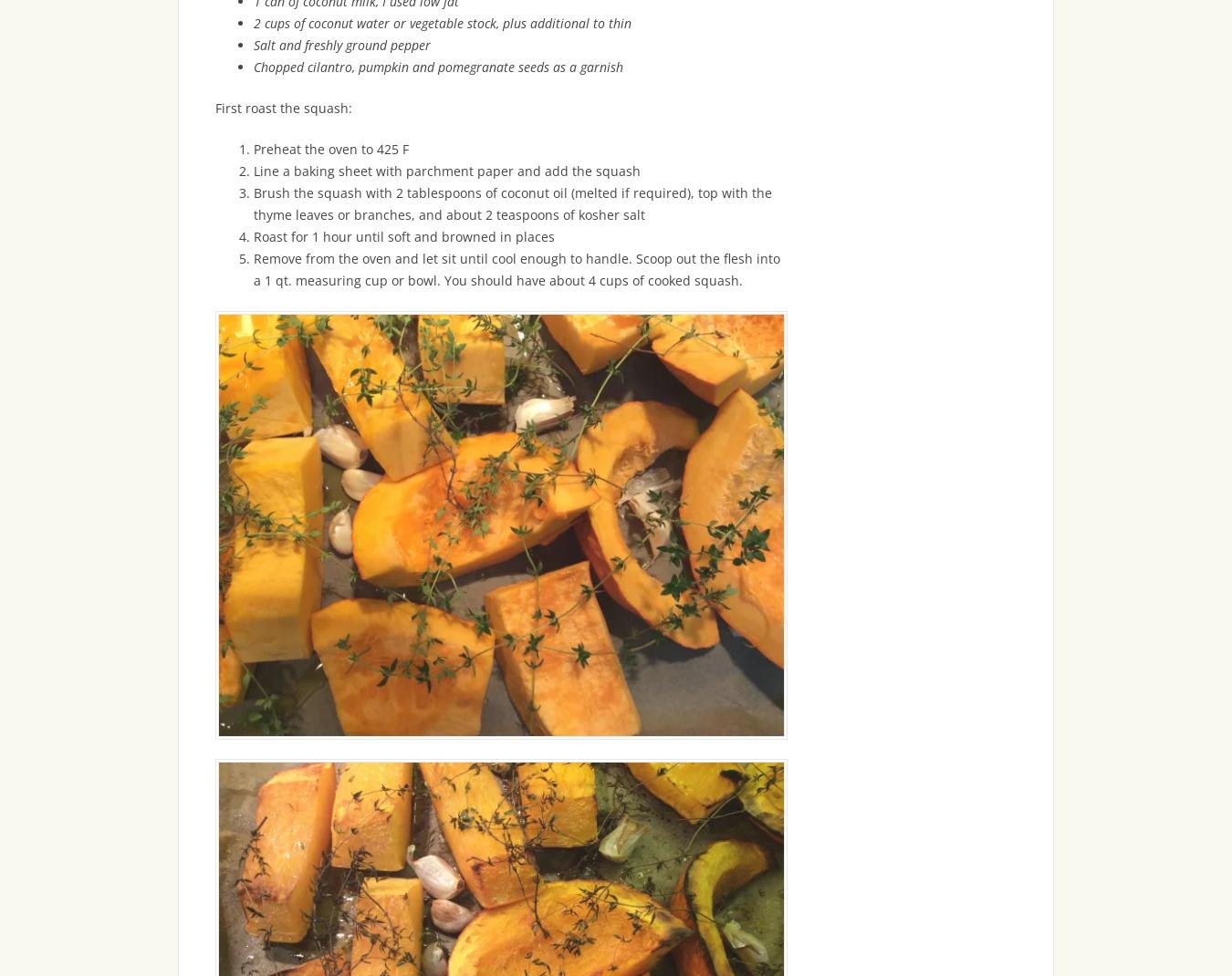 This screenshot has width=1232, height=976. I want to click on 'Remove from the oven and let sit until cool enough to handle. Scoop out the flesh into a 1 qt. measuring cup or bowl. You should have about 4 cups of cooked squash.', so click(252, 268).